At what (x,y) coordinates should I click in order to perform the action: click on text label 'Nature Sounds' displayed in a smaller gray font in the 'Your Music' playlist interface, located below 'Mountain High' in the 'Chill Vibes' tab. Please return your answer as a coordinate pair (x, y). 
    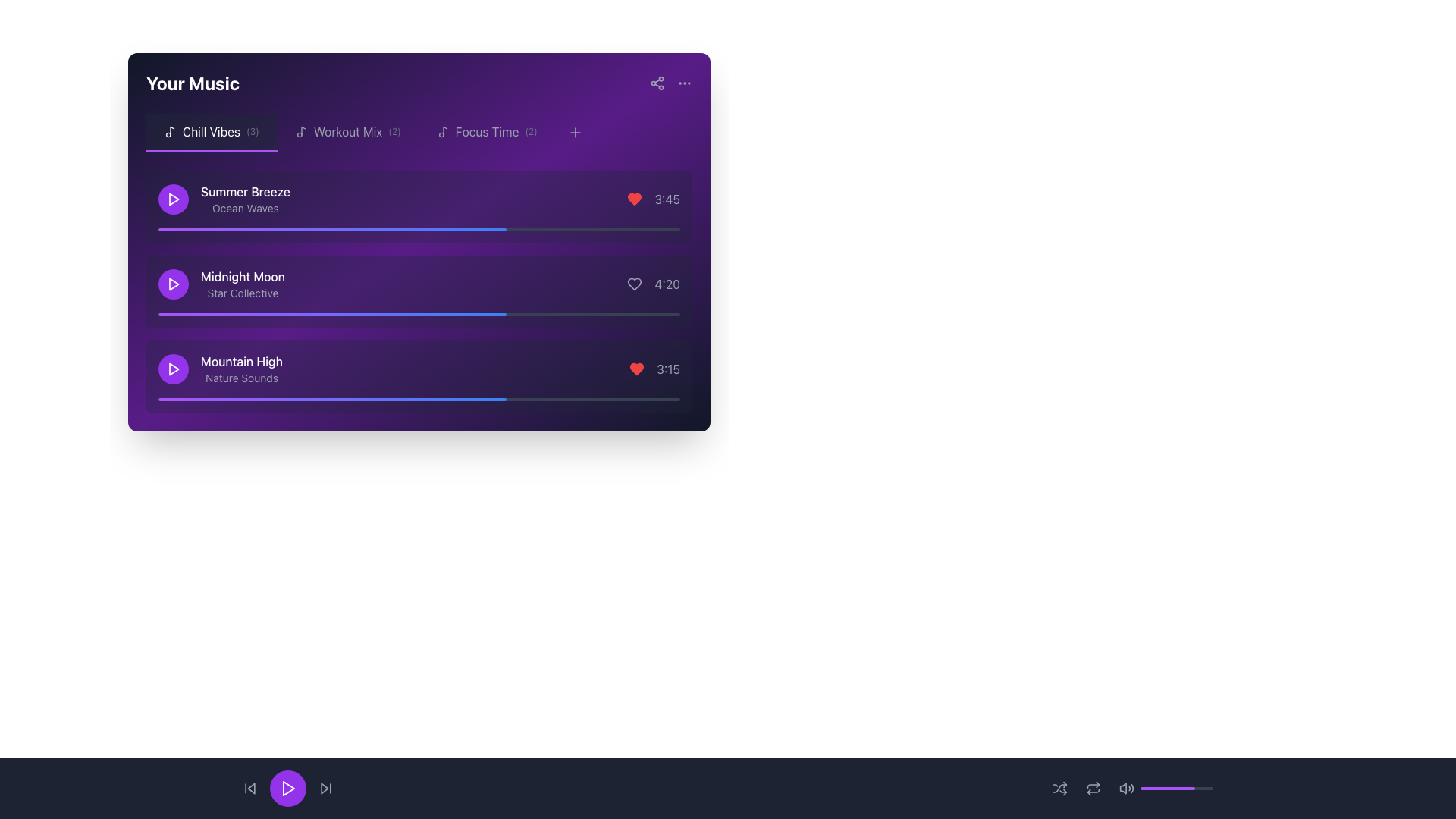
    Looking at the image, I should click on (240, 377).